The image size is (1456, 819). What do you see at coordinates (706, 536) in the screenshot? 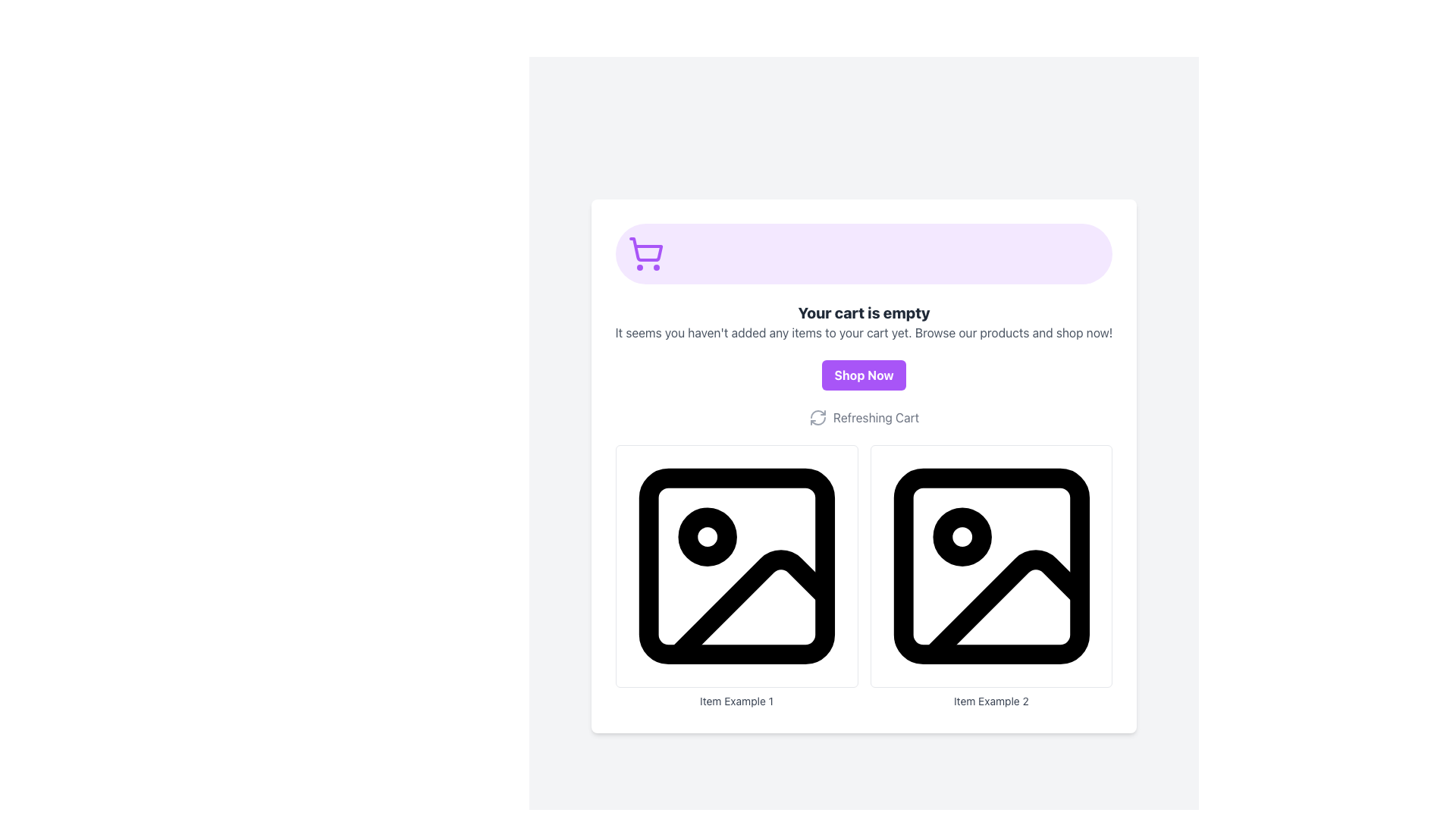
I see `the small circular dot icon located in the top-left corner of the first image placeholder within the central section of the user interface` at bounding box center [706, 536].